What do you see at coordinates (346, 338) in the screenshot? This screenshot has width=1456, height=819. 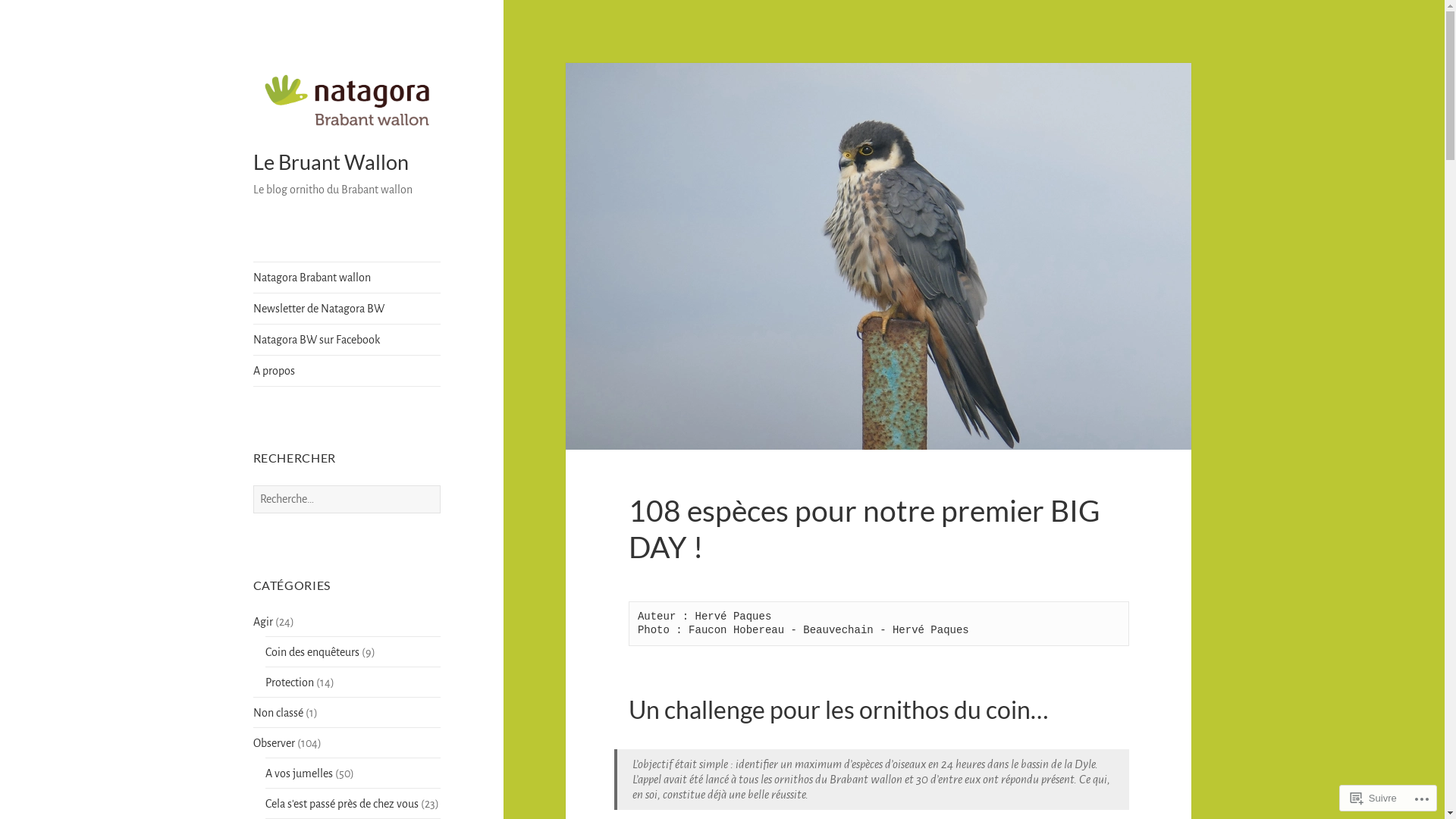 I see `'Natagora BW sur Facebook'` at bounding box center [346, 338].